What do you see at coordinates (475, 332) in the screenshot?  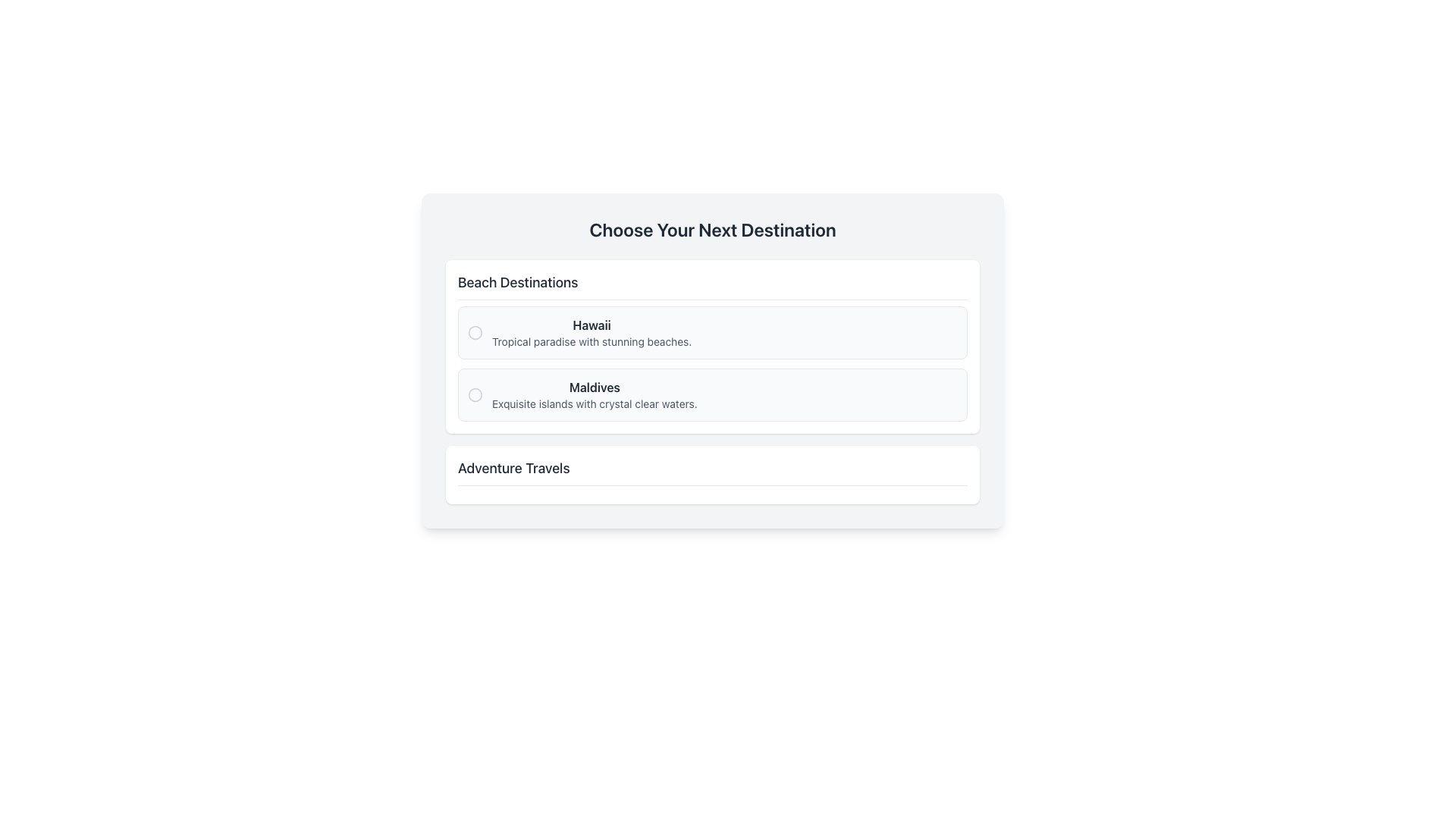 I see `the circular Radio Button Indicator located to the left of the 'Hawaii' text` at bounding box center [475, 332].